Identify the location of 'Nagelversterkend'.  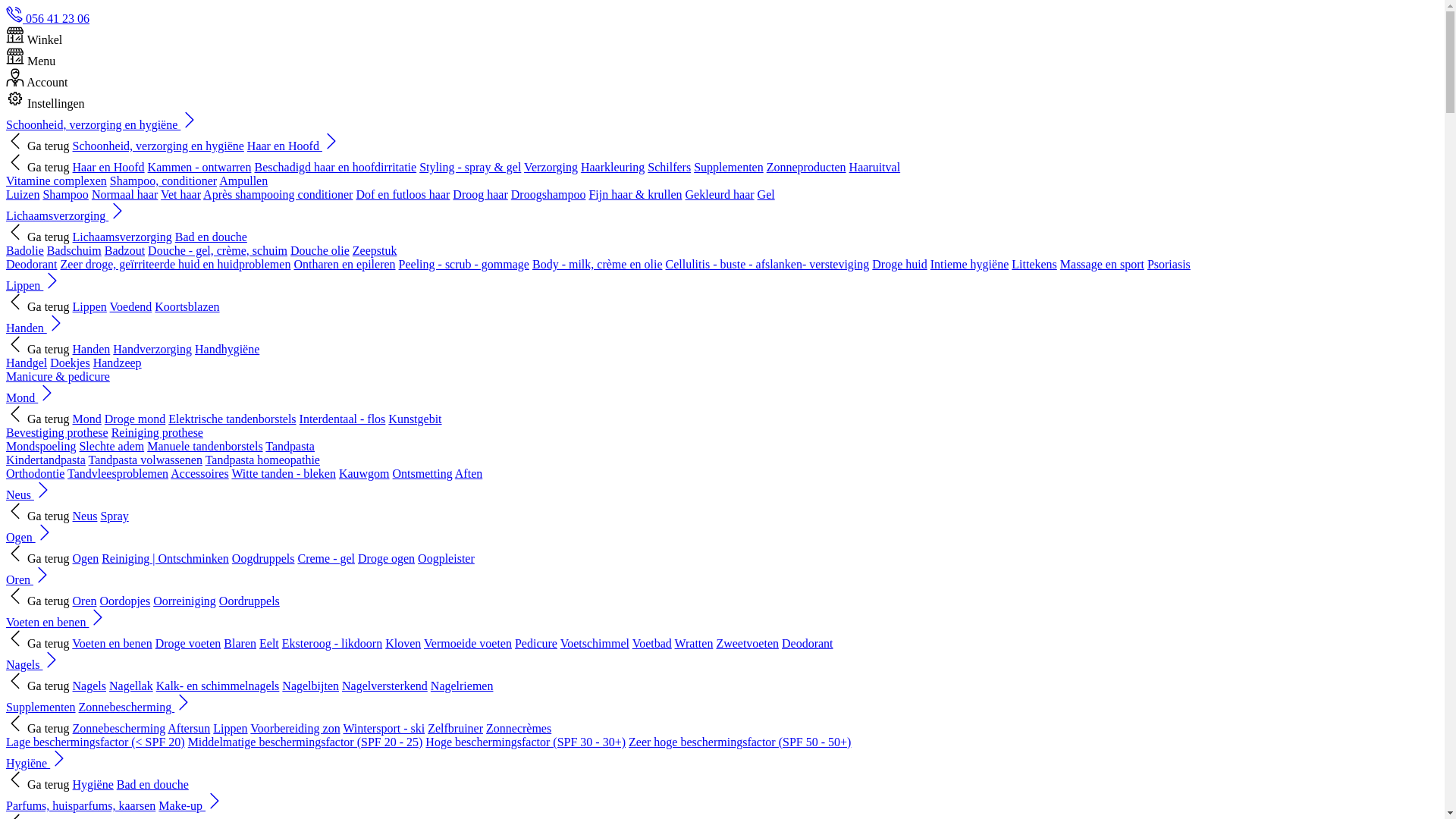
(384, 686).